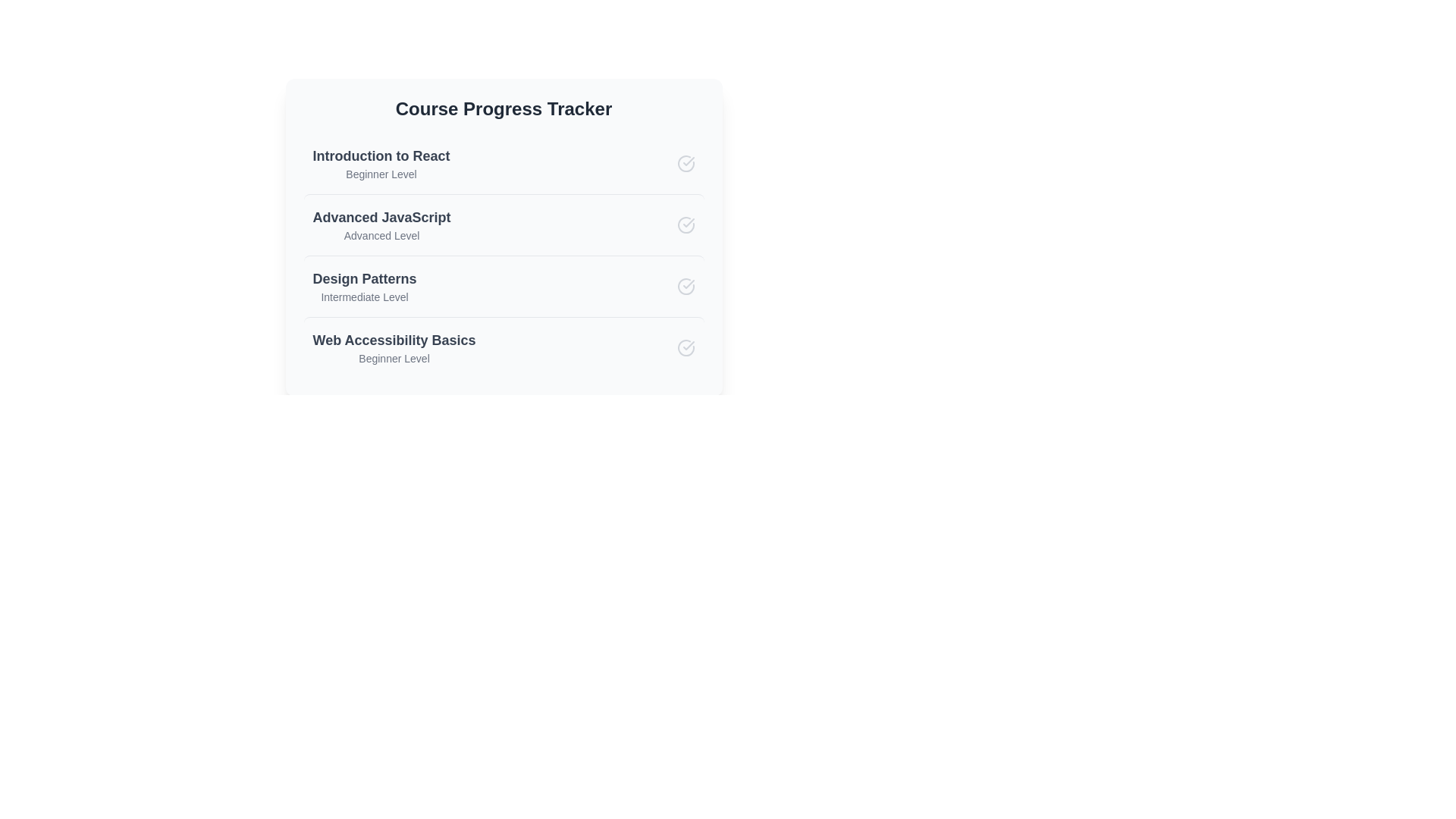  What do you see at coordinates (364, 278) in the screenshot?
I see `the text label titled 'Design Patterns', which serves as a heading for a course module` at bounding box center [364, 278].